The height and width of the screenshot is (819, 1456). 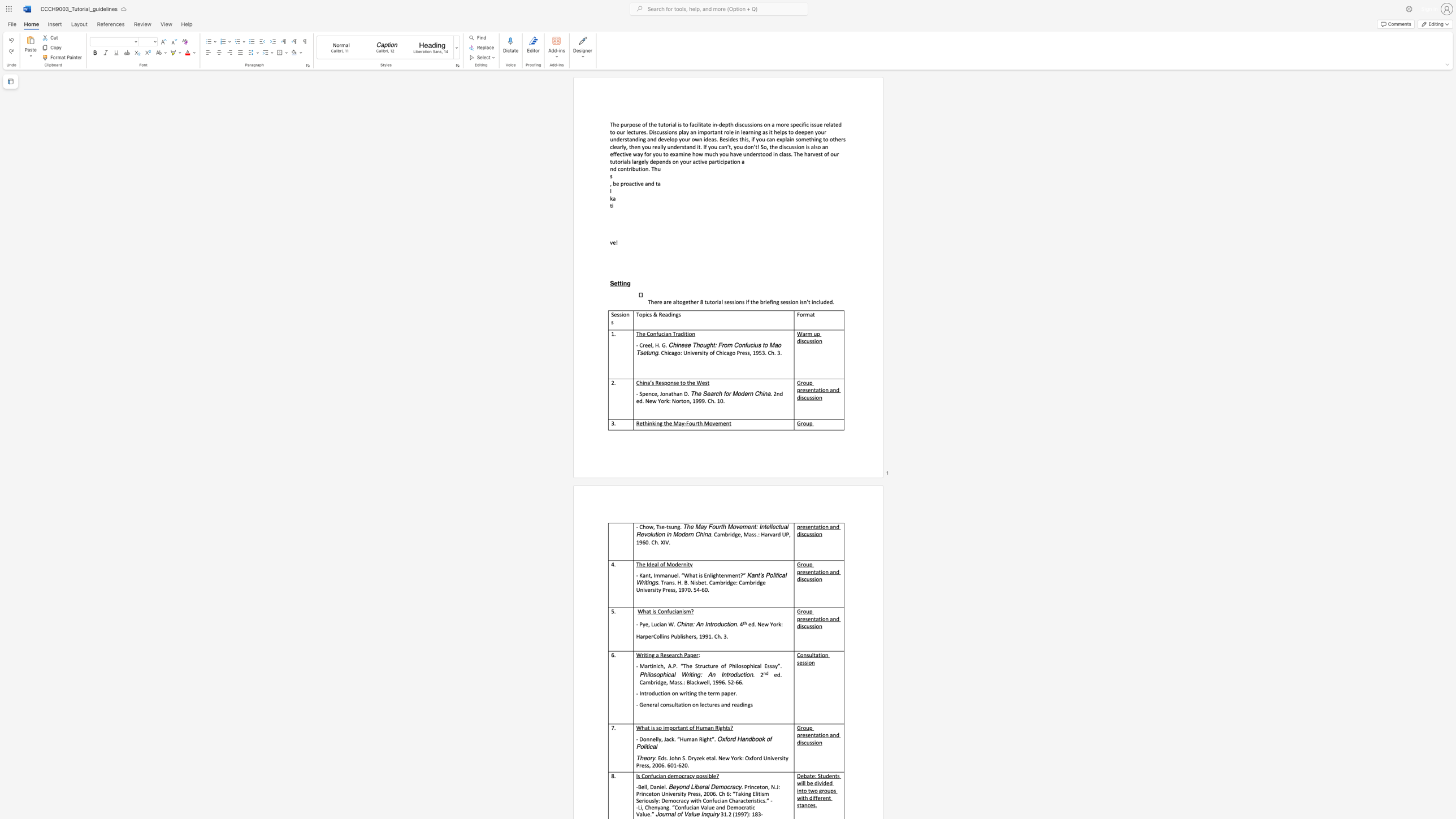 What do you see at coordinates (642, 314) in the screenshot?
I see `the space between the continuous character "o" and "p" in the text` at bounding box center [642, 314].